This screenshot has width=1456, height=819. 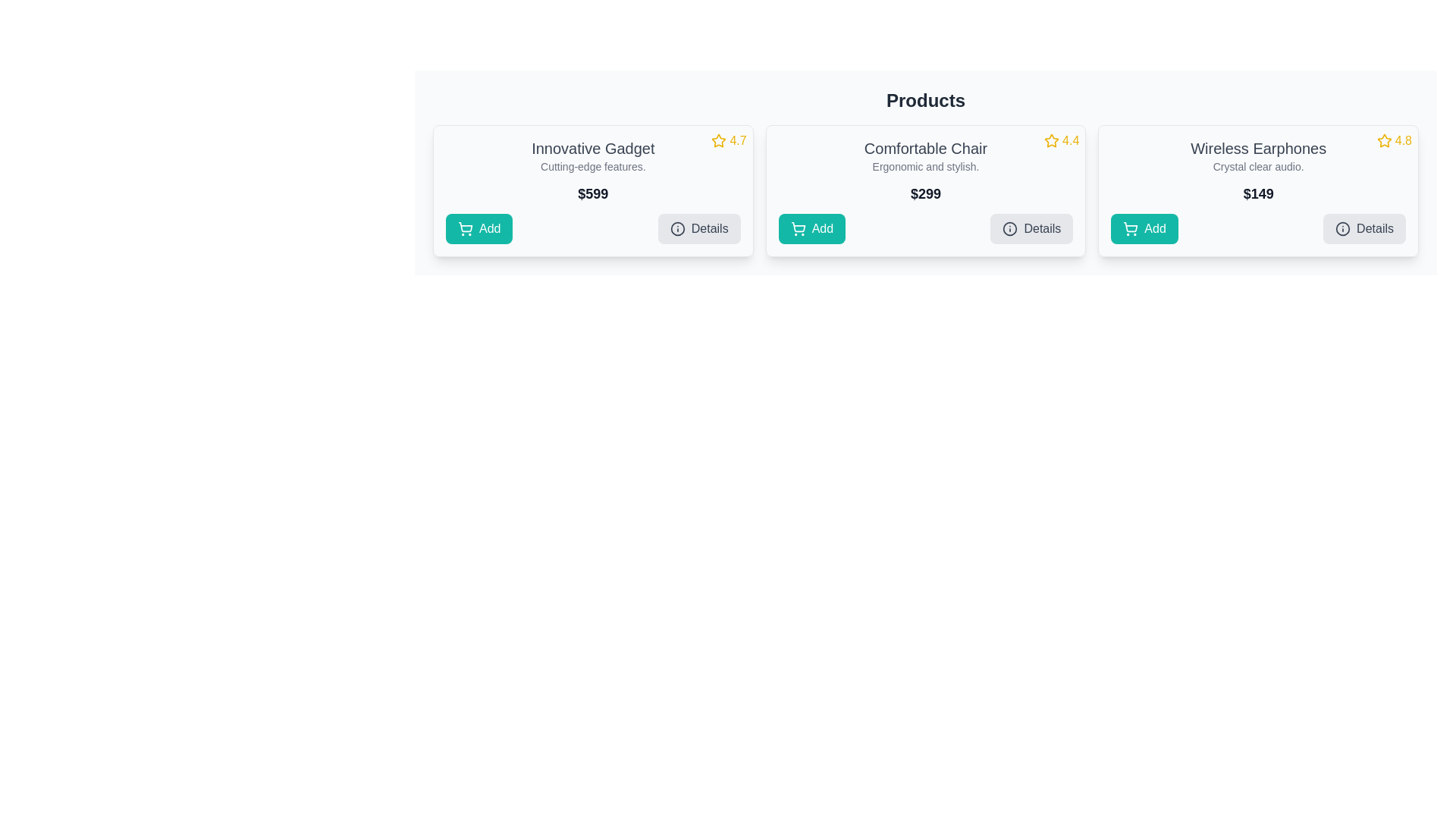 What do you see at coordinates (738, 140) in the screenshot?
I see `the text display showing '4.7', which is styled in yellowish color and positioned next to a star icon in the top-right corner of the 'Innovative Gadget' product card` at bounding box center [738, 140].